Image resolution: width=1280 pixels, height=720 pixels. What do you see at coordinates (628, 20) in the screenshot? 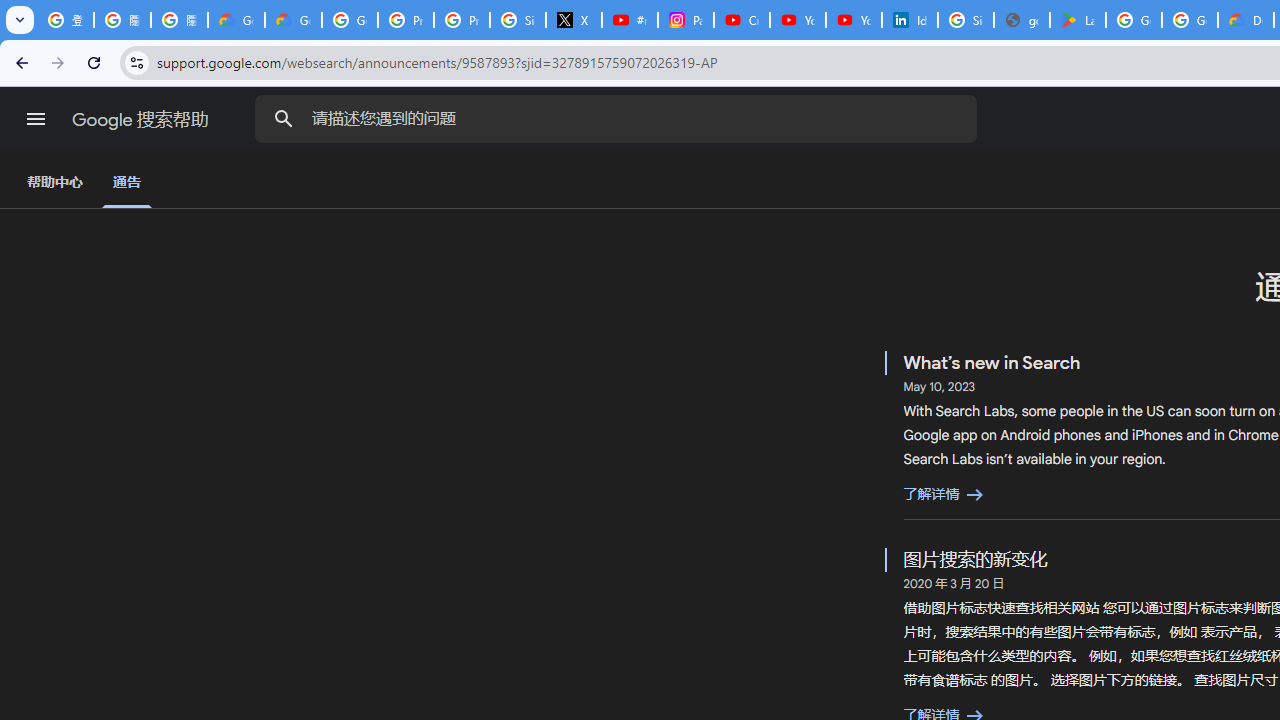
I see `'#nbabasketballhighlights - YouTube'` at bounding box center [628, 20].